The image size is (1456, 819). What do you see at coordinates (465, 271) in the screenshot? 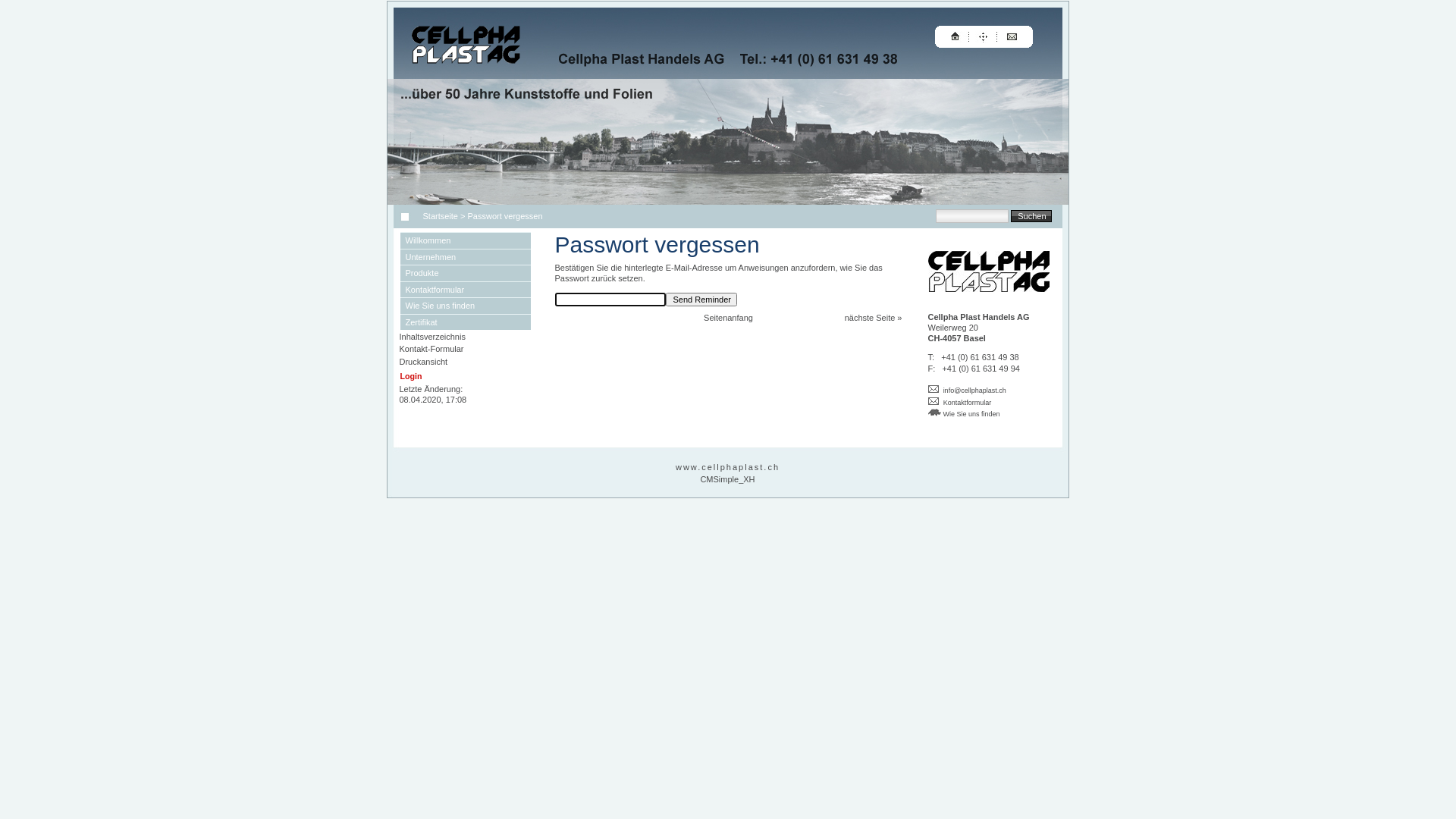
I see `'Produkte'` at bounding box center [465, 271].